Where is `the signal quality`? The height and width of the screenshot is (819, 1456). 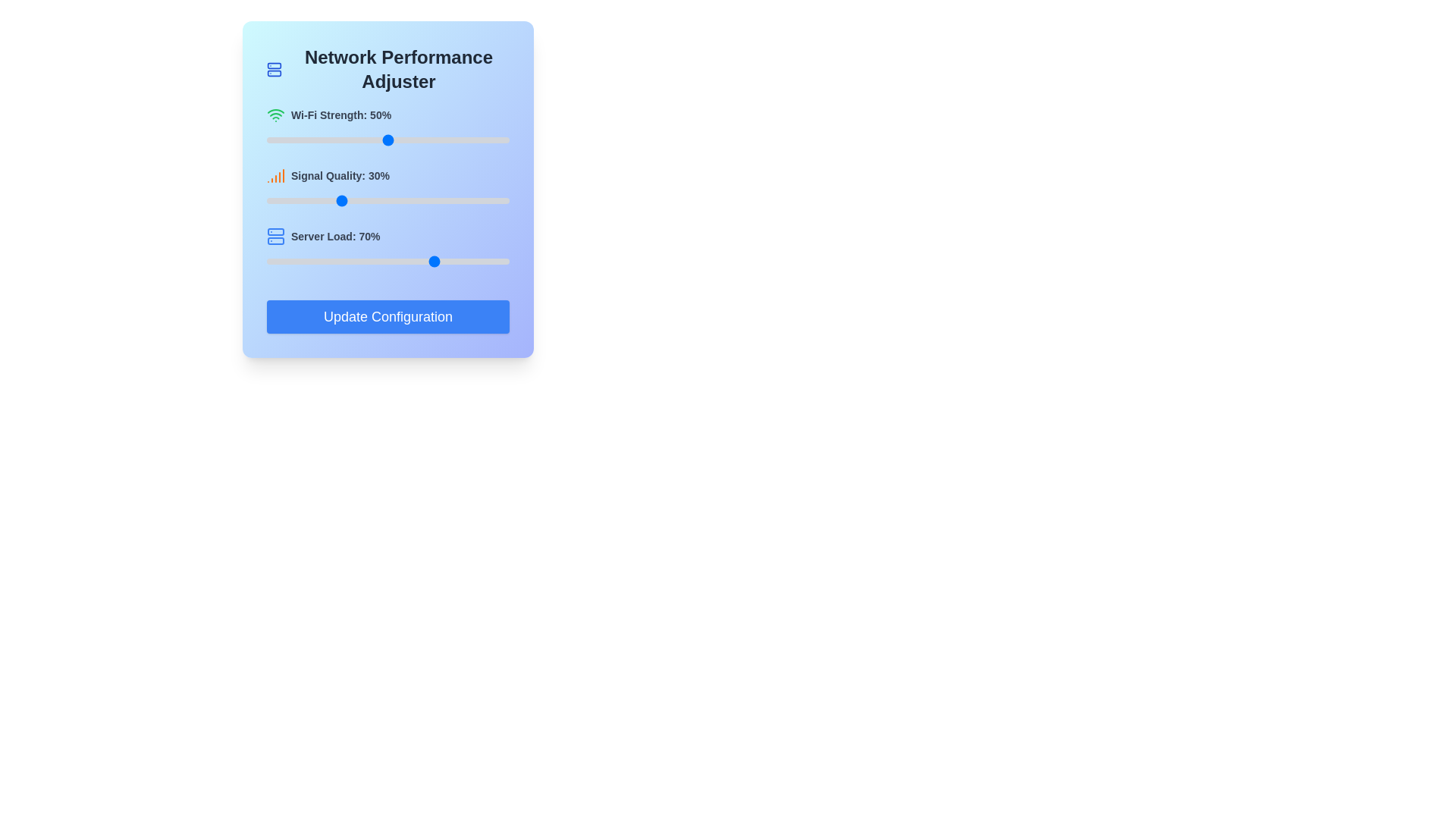
the signal quality is located at coordinates (307, 200).